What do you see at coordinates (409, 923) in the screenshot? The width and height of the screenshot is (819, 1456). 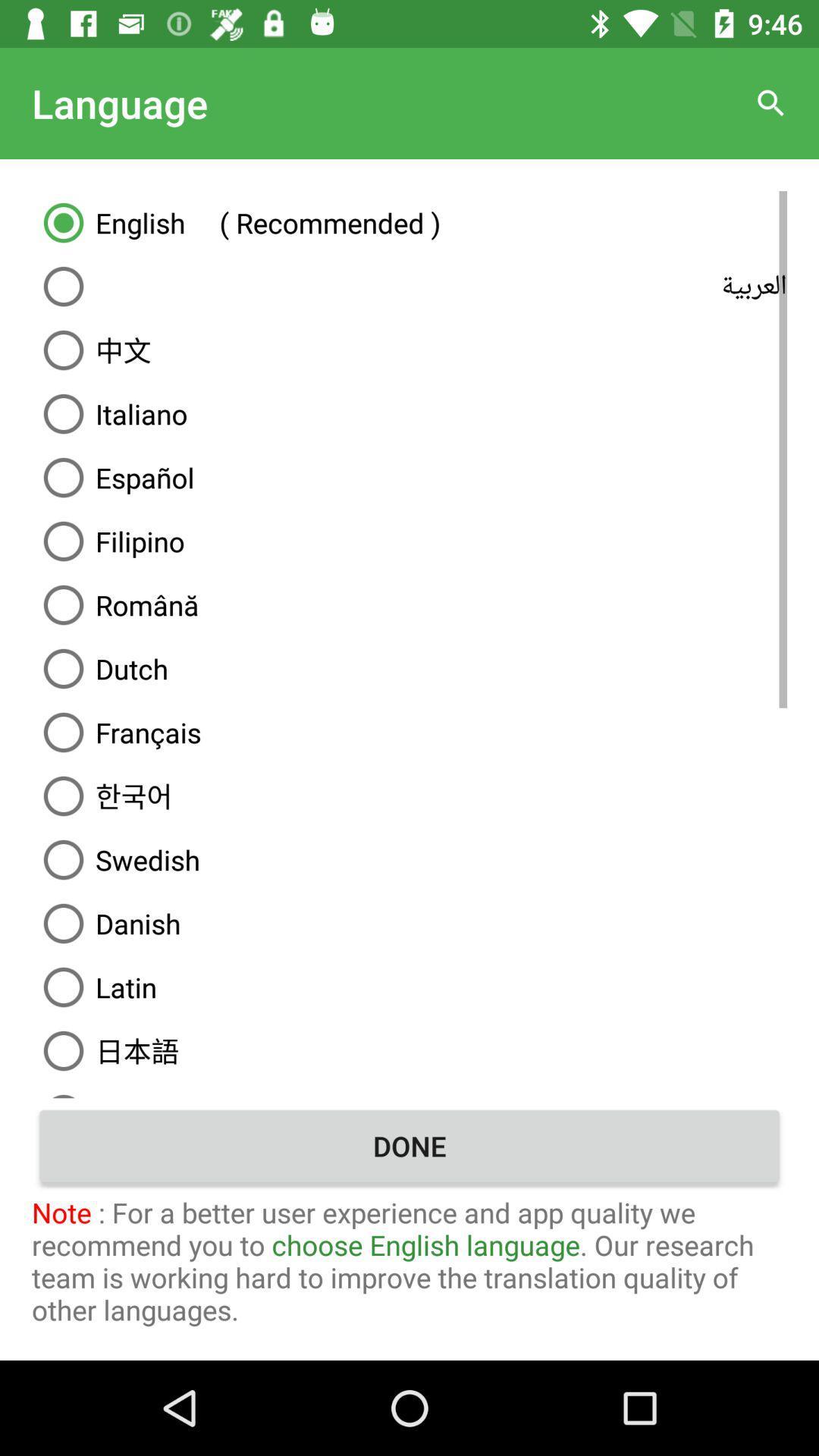 I see `danish item` at bounding box center [409, 923].